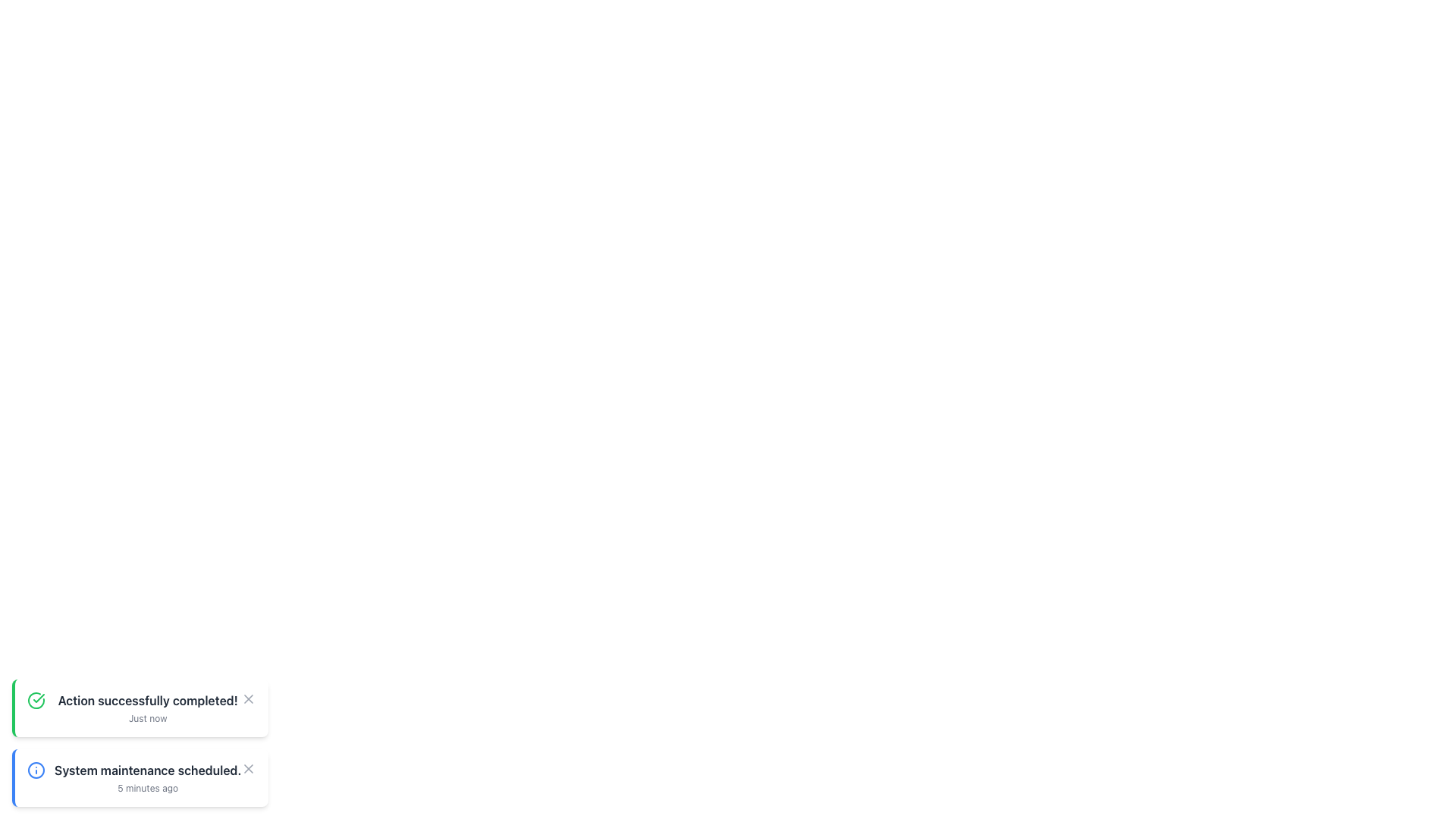 The width and height of the screenshot is (1456, 819). I want to click on the text label displaying '5 minutes ago', located below the heading 'System maintenance scheduled.' in the notification card, so click(148, 788).